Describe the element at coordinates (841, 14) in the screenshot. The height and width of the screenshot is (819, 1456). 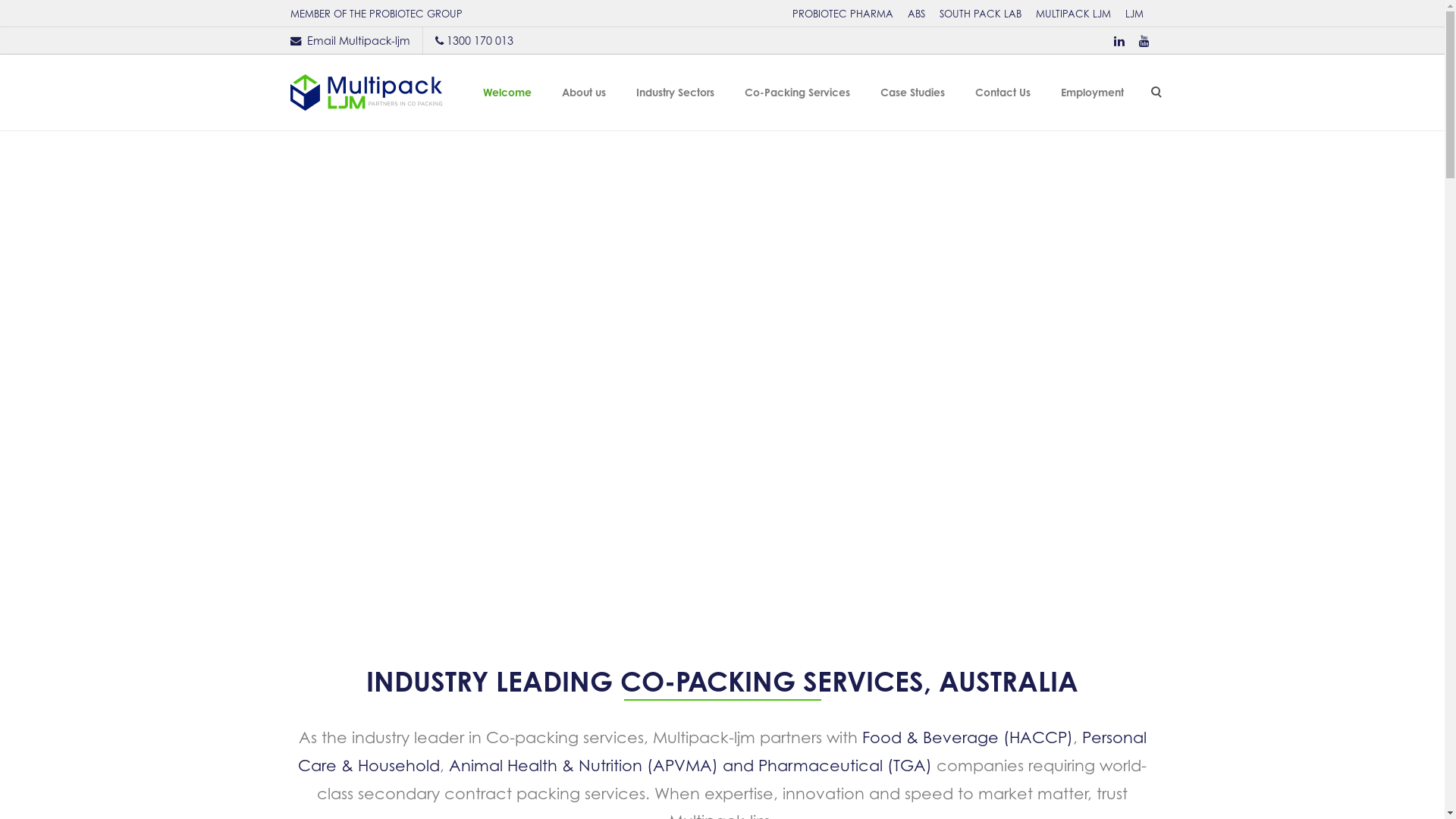
I see `'PROBIOTEC PHARMA'` at that location.